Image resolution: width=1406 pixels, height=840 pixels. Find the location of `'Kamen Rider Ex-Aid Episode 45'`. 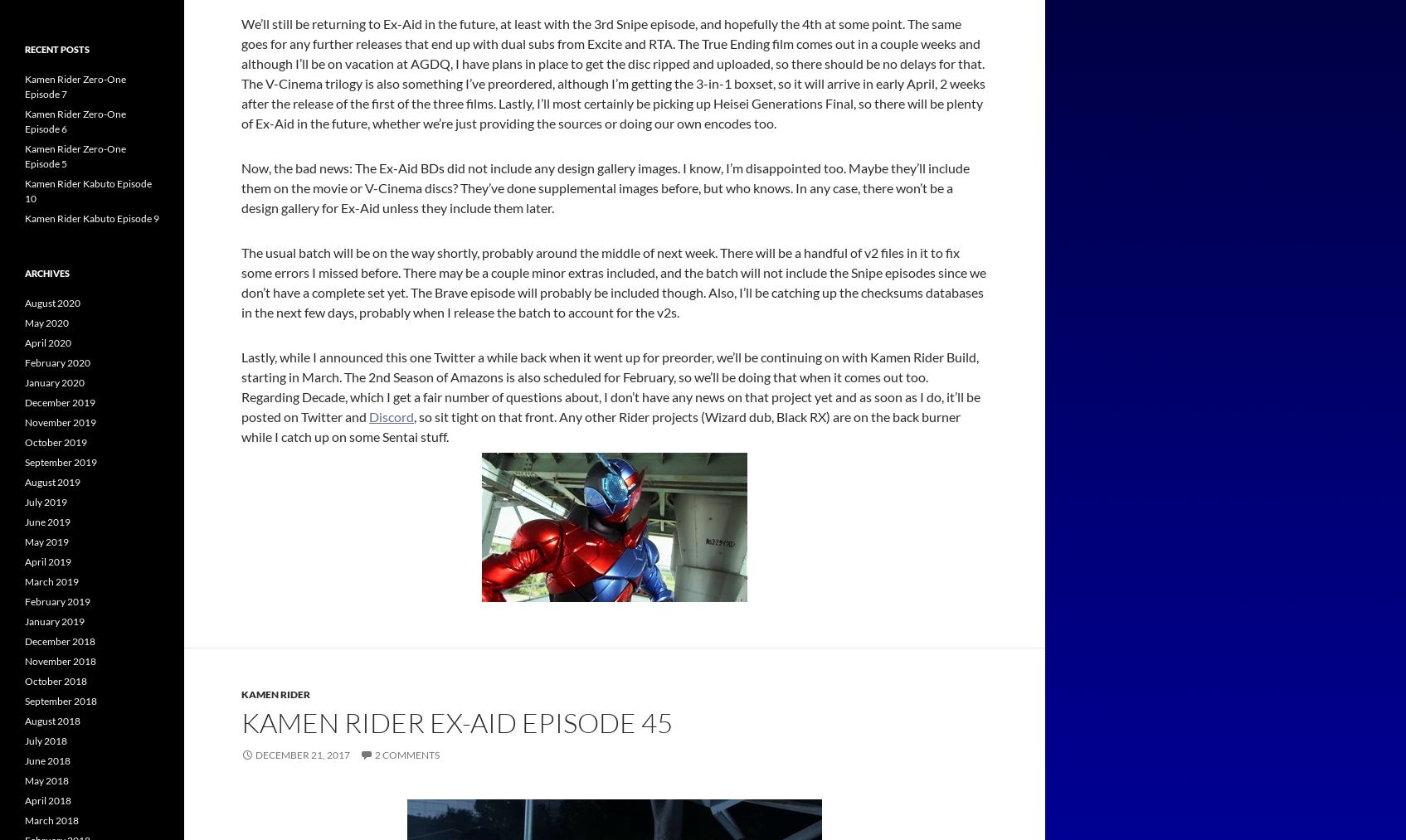

'Kamen Rider Ex-Aid Episode 45' is located at coordinates (457, 721).